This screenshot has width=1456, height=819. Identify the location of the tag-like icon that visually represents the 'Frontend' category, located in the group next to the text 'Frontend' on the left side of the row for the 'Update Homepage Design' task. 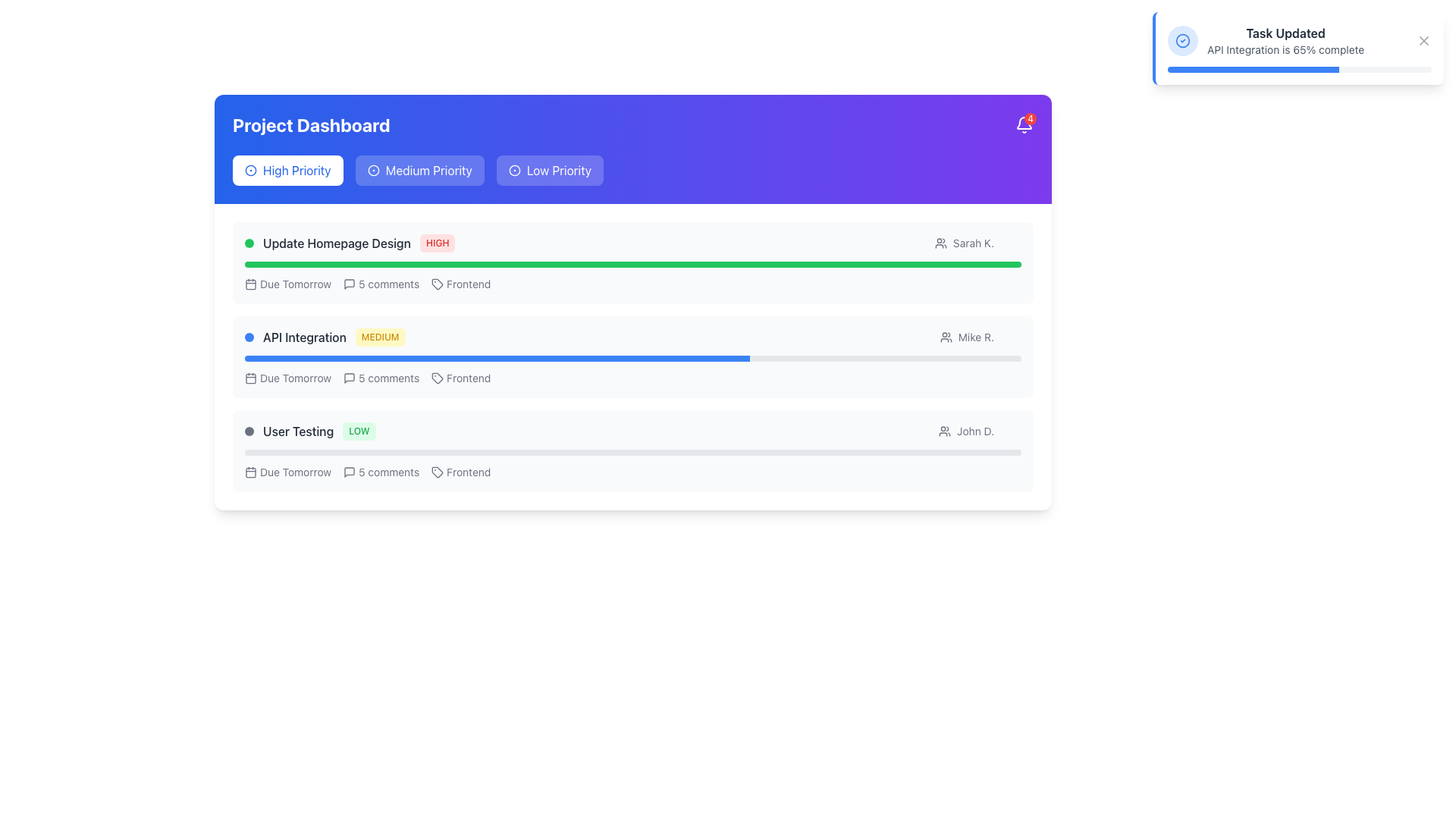
(437, 284).